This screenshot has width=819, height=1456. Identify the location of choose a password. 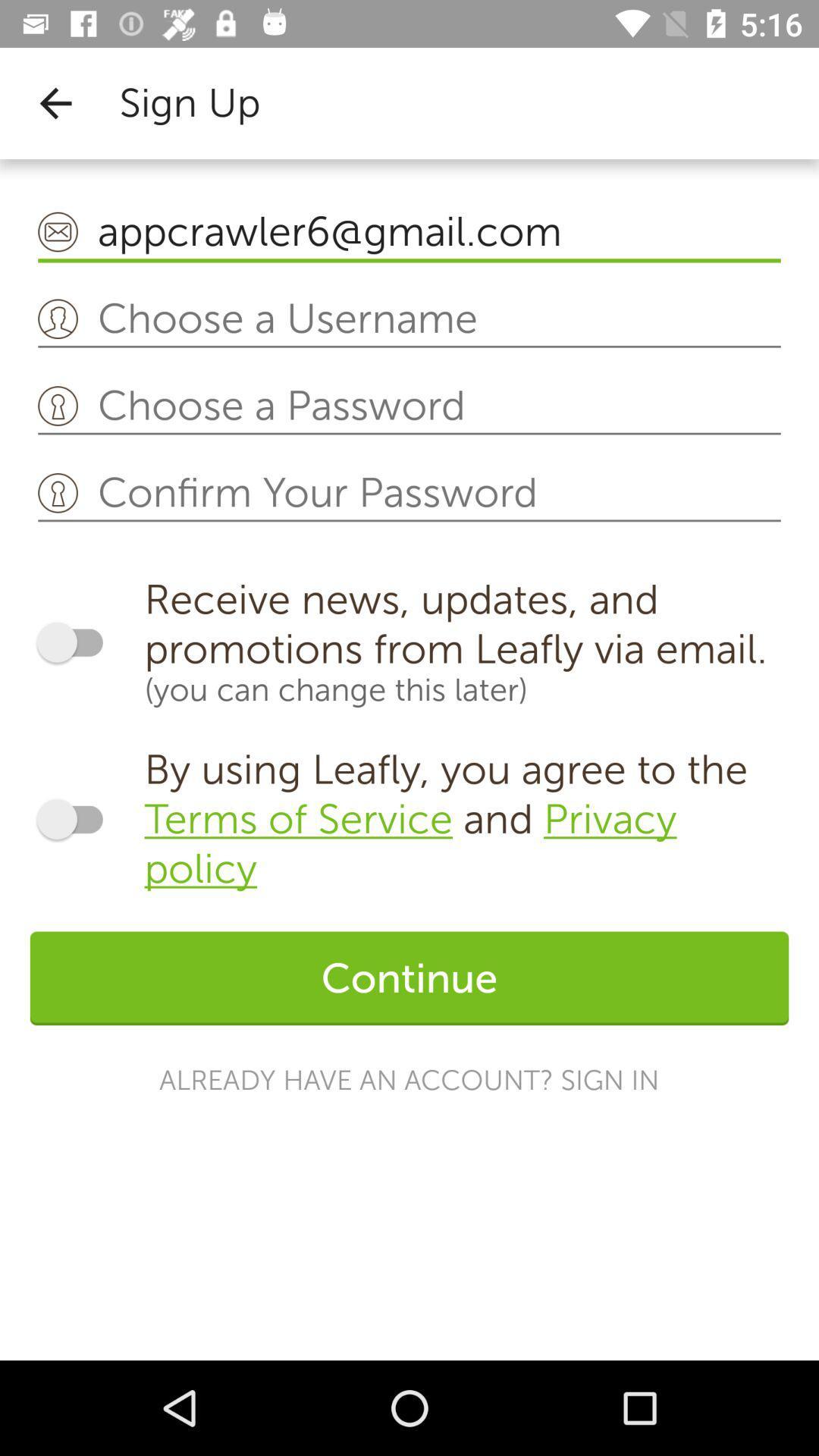
(409, 406).